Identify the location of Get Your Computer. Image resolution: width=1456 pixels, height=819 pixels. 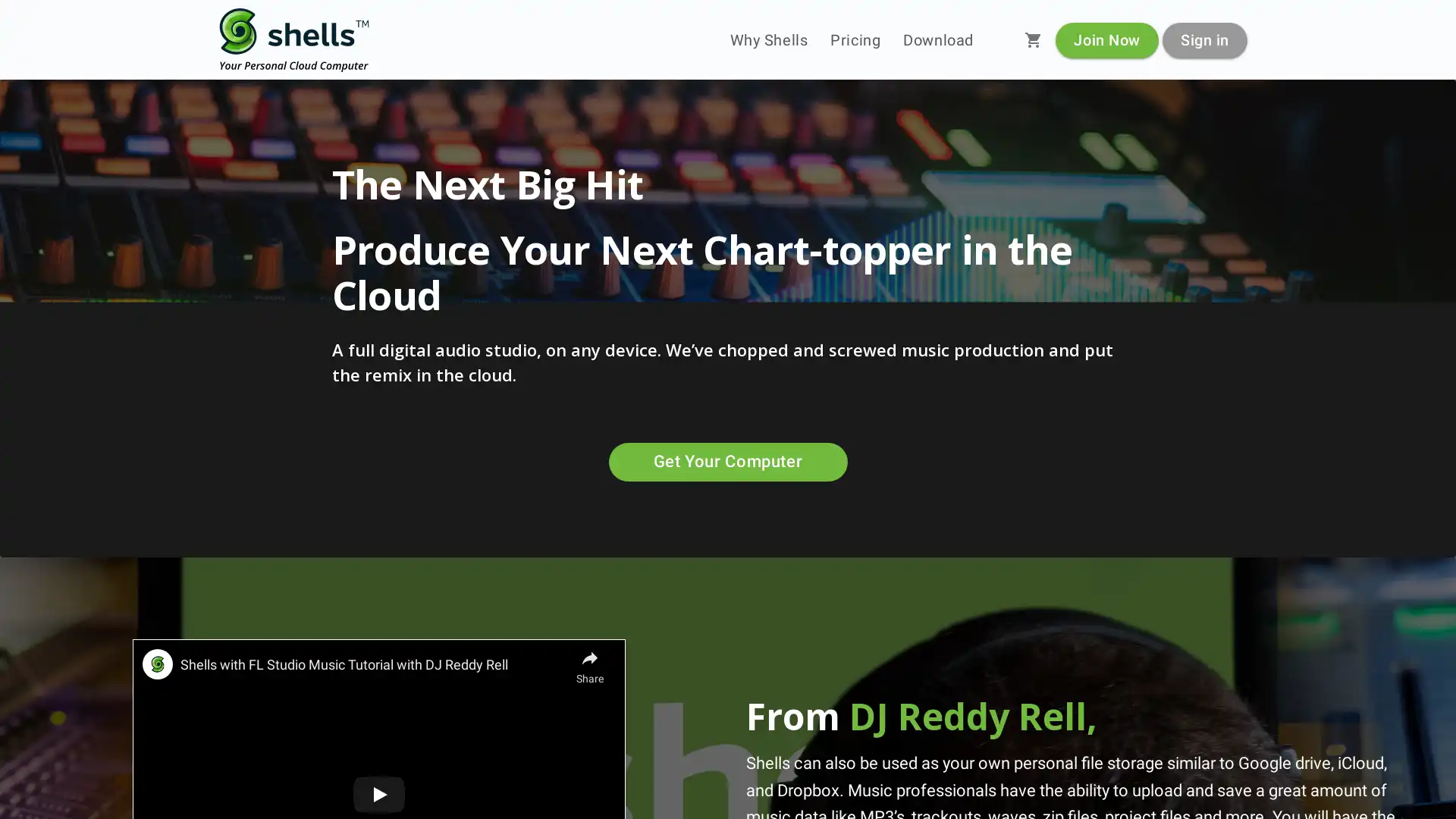
(726, 461).